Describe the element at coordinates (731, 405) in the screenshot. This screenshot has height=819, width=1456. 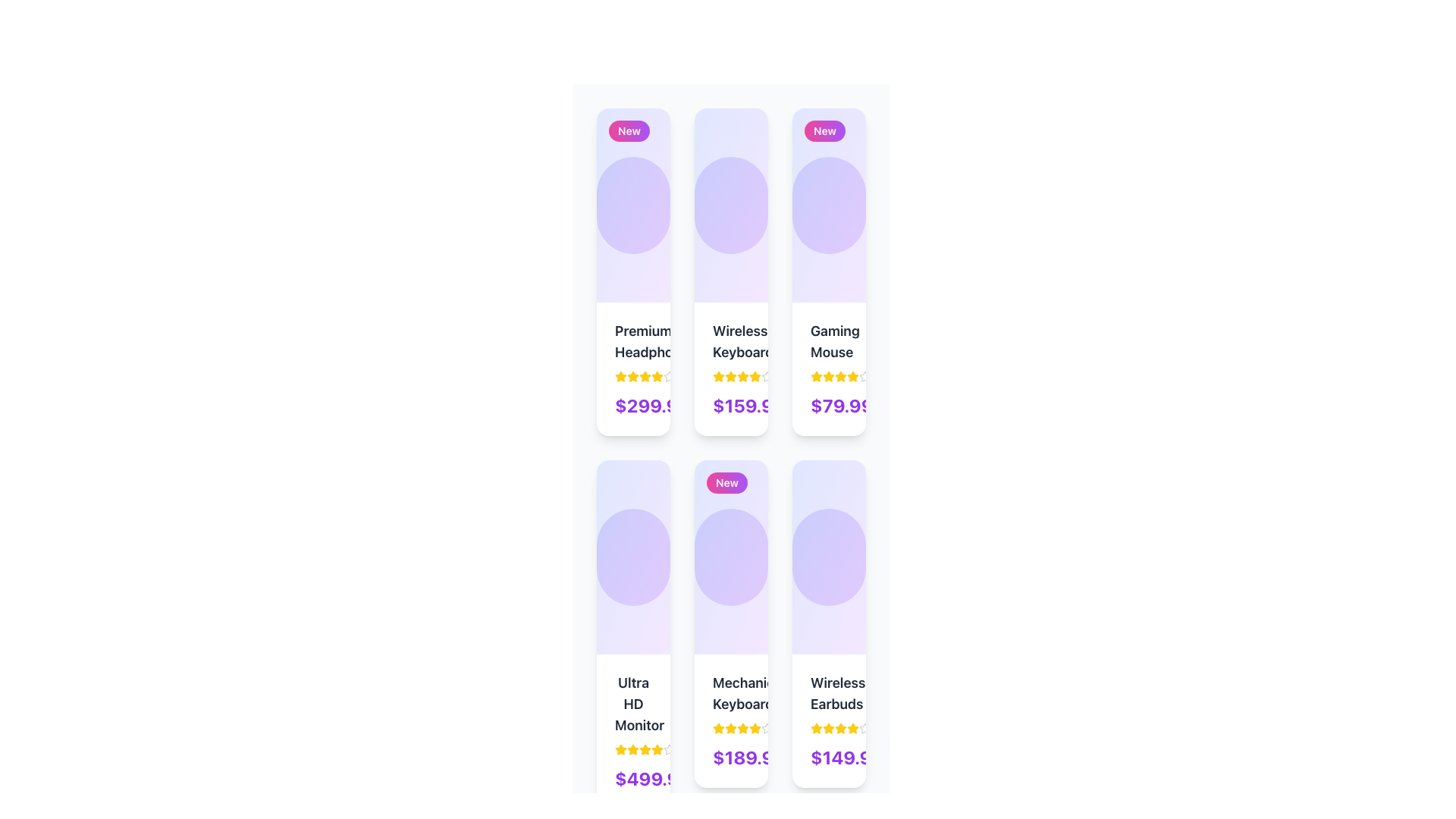
I see `price displayed in the text label for the 'Wireless Keyboard' product, located on the second card from the left in the top row of the grid layout, below the title and star ratings` at that location.